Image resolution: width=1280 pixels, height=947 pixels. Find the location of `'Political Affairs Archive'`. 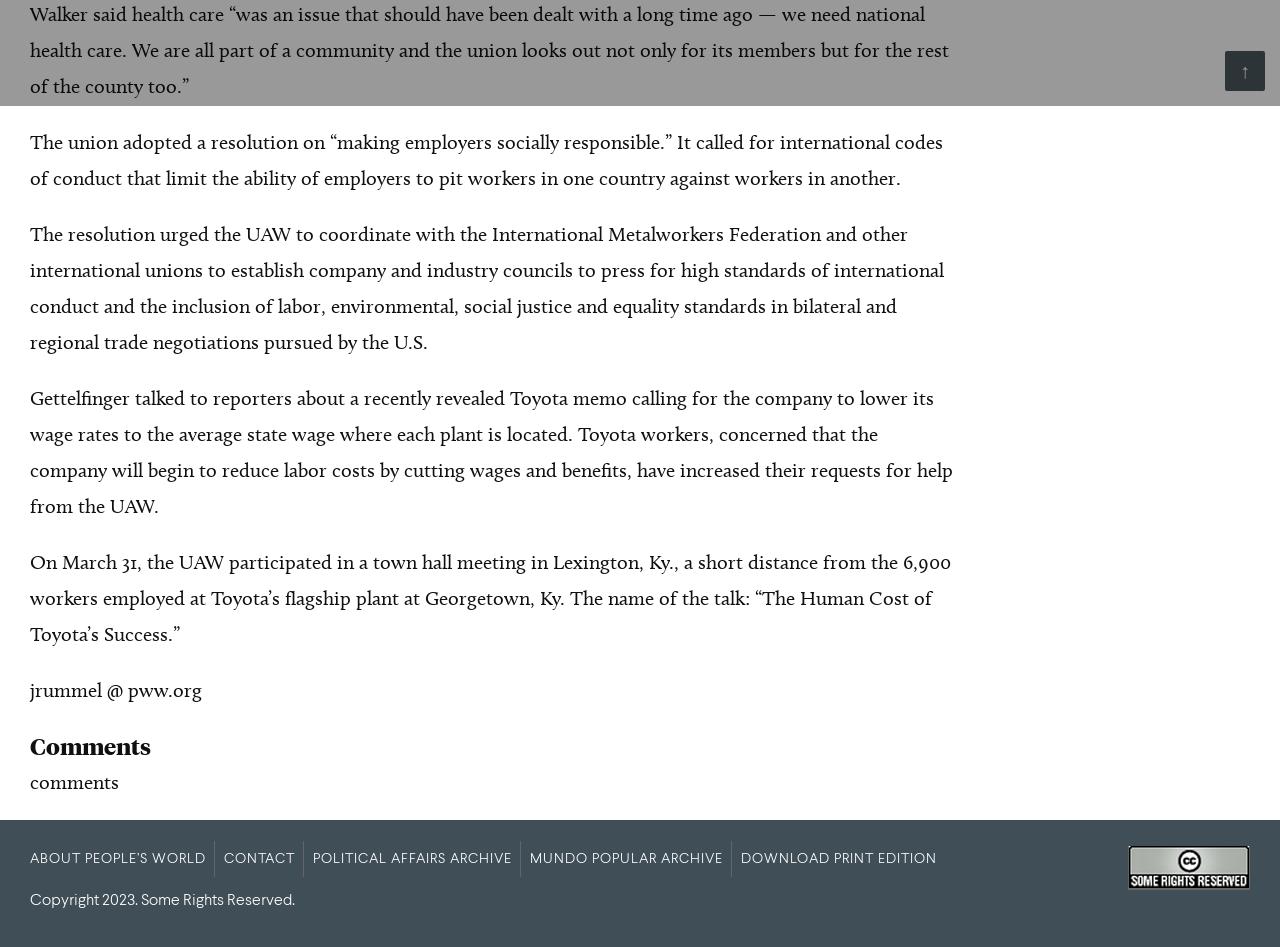

'Political Affairs Archive' is located at coordinates (311, 858).